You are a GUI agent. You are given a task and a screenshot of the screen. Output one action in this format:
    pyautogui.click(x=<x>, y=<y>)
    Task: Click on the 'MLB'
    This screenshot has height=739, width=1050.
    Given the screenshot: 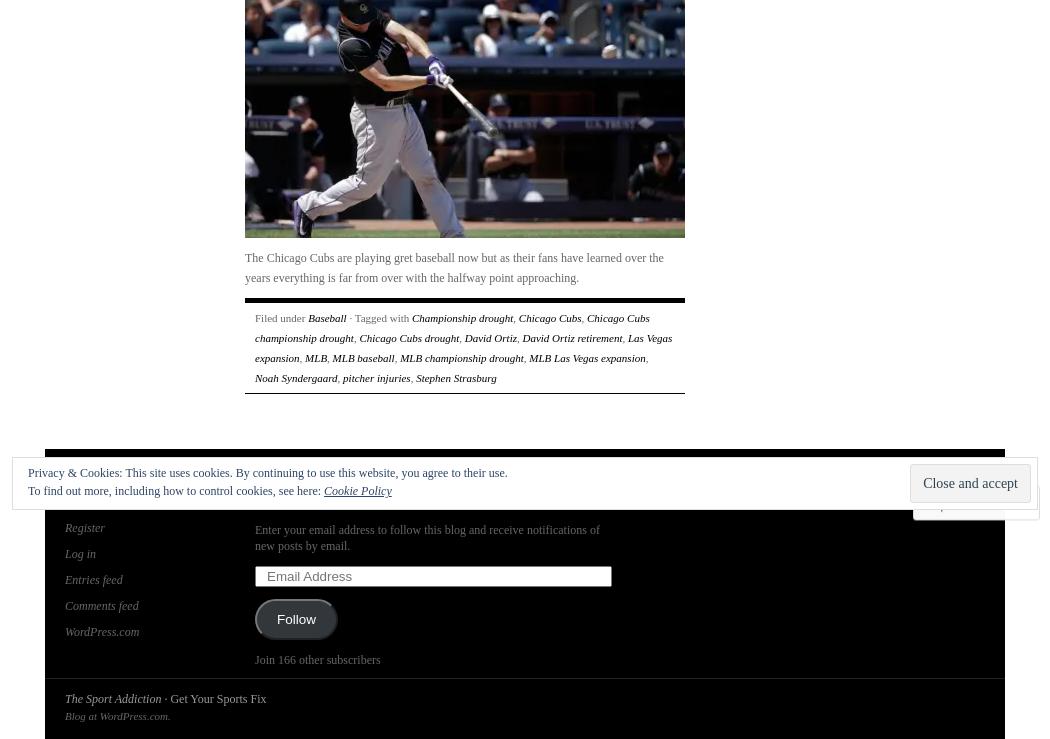 What is the action you would take?
    pyautogui.click(x=316, y=356)
    